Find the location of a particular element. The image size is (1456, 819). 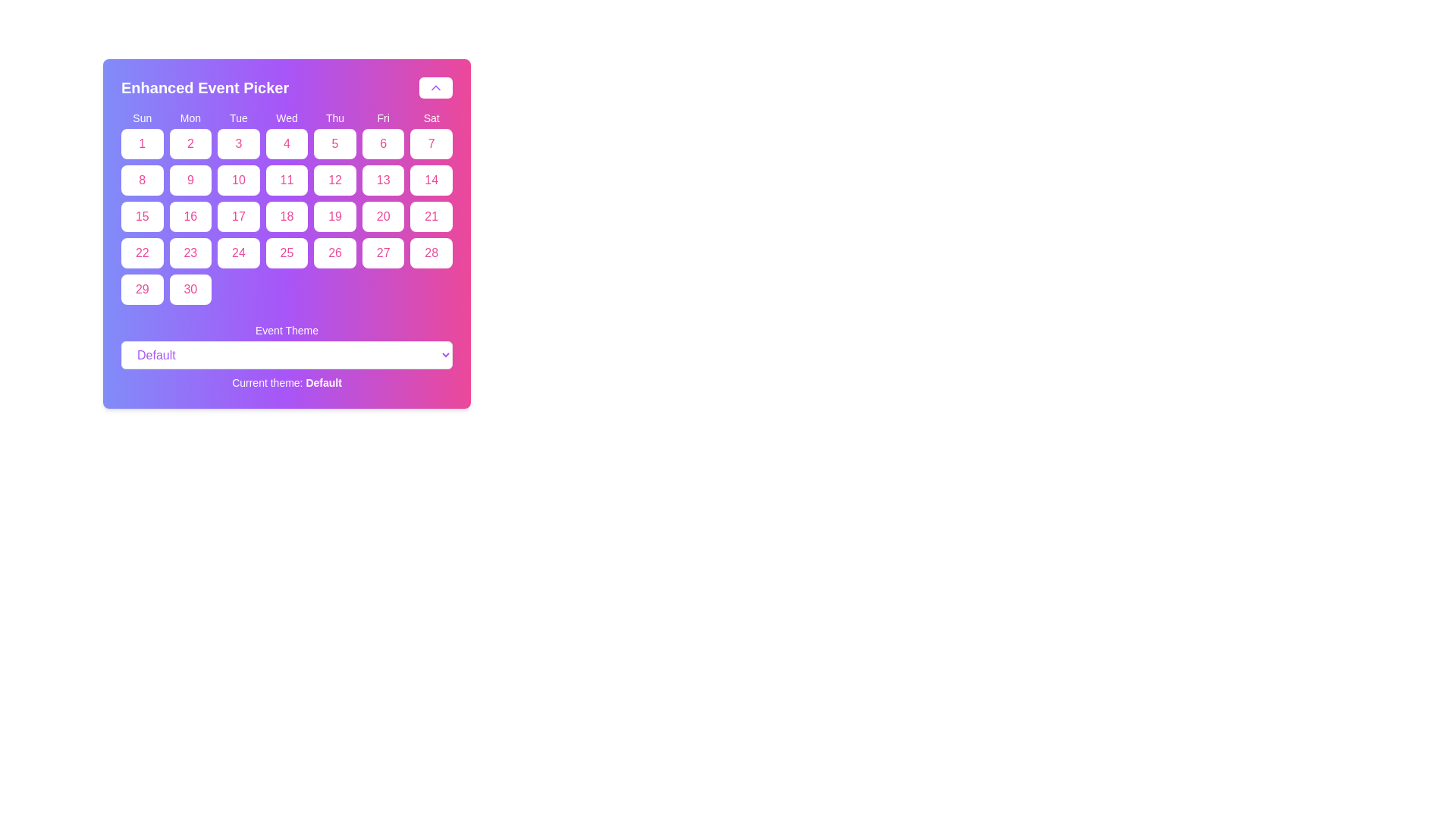

the button is located at coordinates (287, 216).